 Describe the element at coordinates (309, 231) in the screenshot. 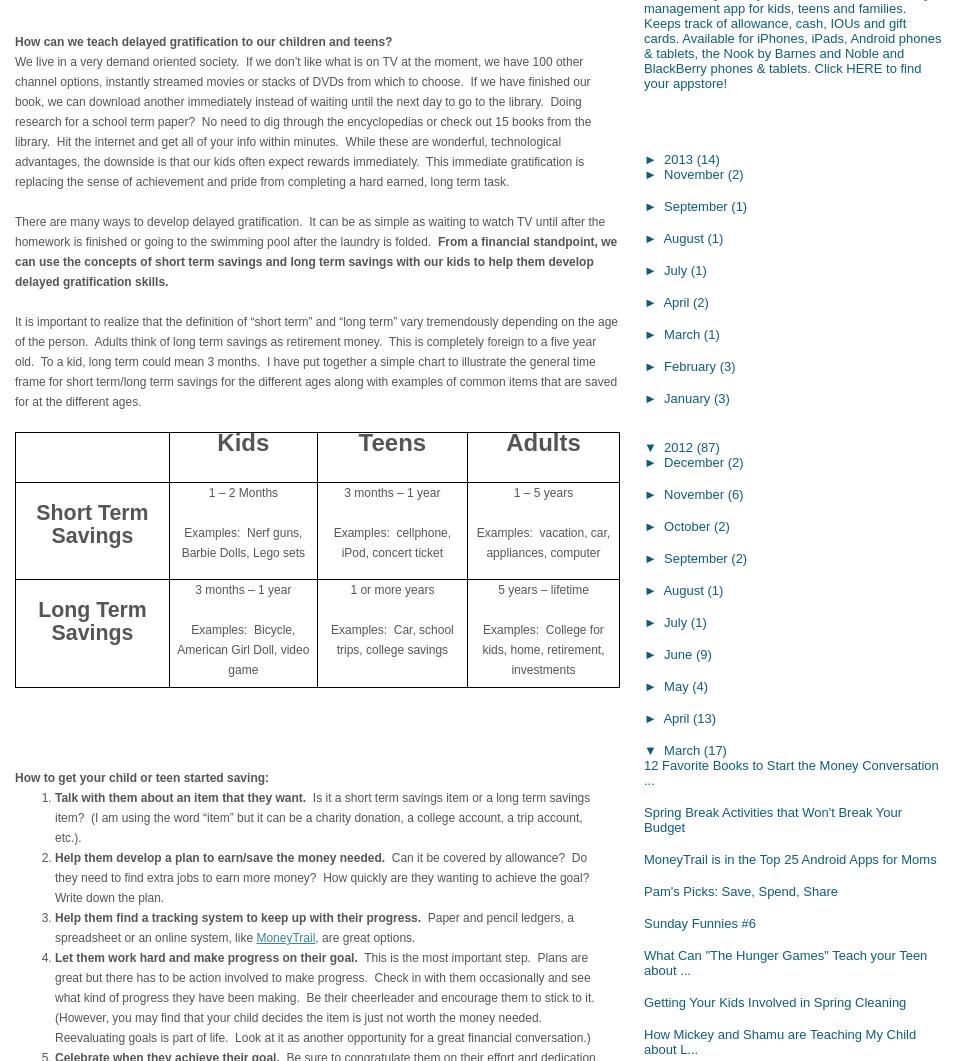

I see `'There are many ways to develop delayed
gratification.  It can be as simple as
waiting to watch TV until after the homework is finished or going to the swimming
pool after the laundry is folded.'` at that location.